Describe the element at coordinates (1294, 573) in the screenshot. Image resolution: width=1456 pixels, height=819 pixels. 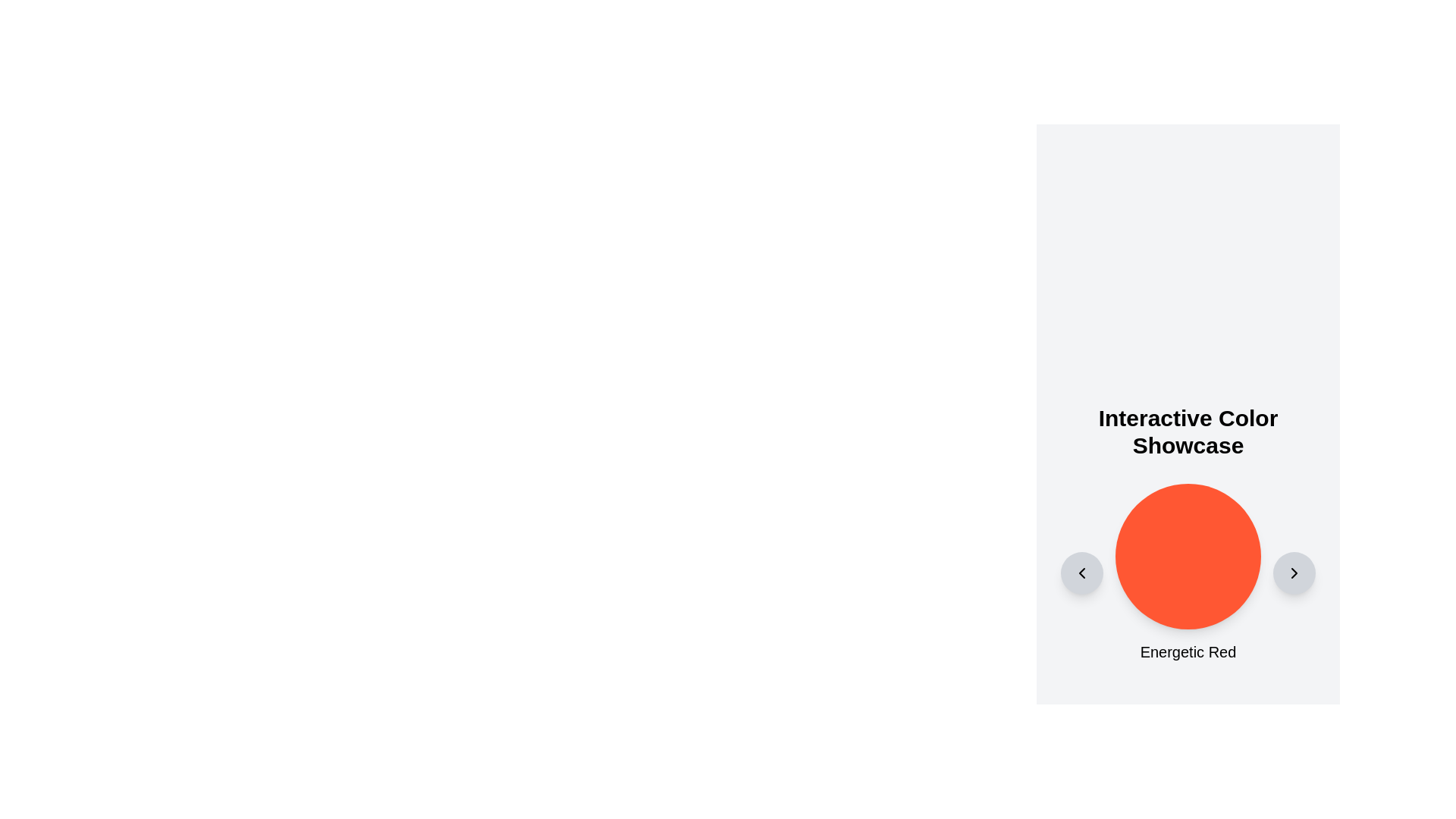
I see `the Chevron Right icon button to observe any hover effects it may have` at that location.